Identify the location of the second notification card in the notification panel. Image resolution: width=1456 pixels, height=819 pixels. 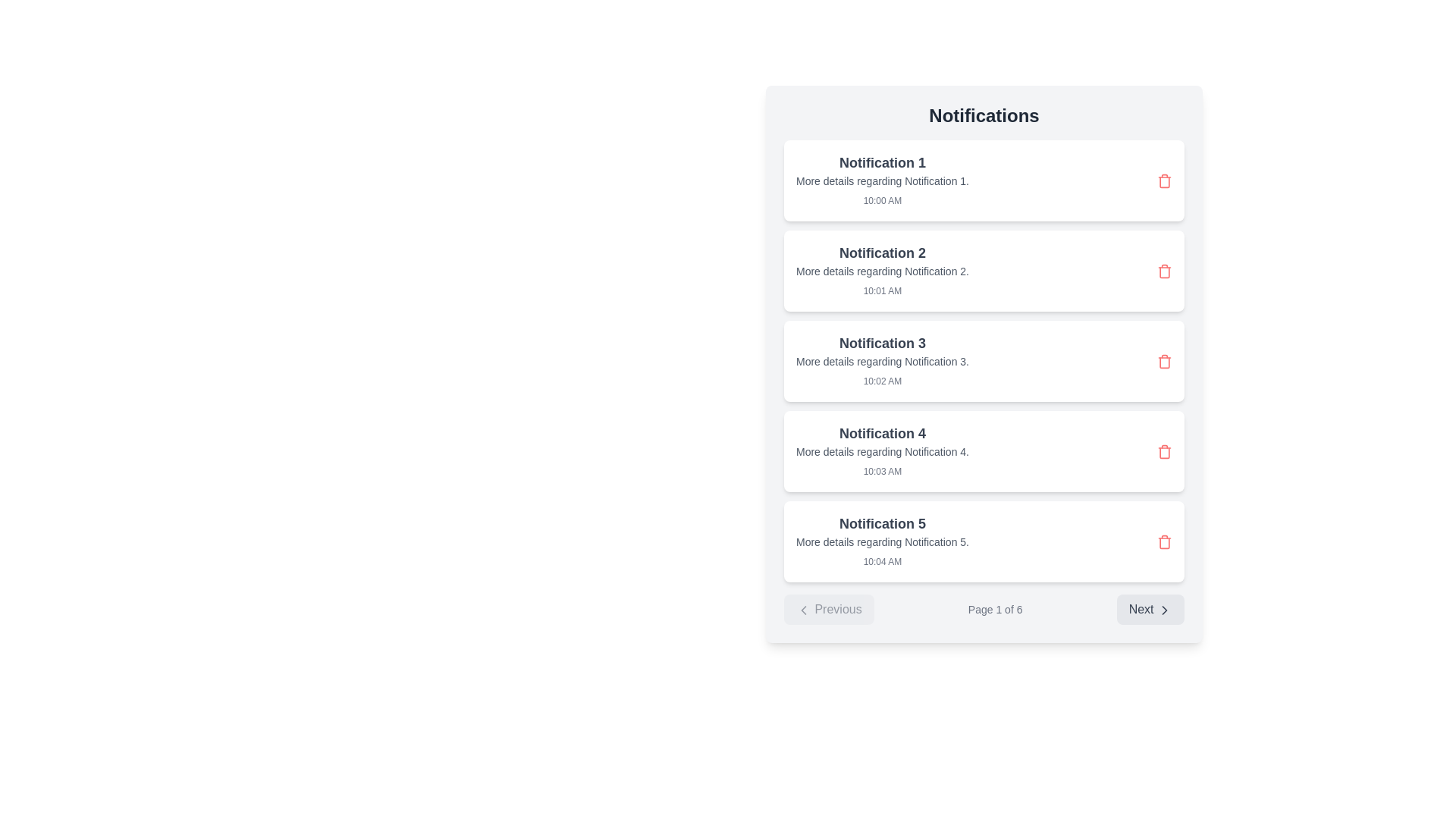
(984, 270).